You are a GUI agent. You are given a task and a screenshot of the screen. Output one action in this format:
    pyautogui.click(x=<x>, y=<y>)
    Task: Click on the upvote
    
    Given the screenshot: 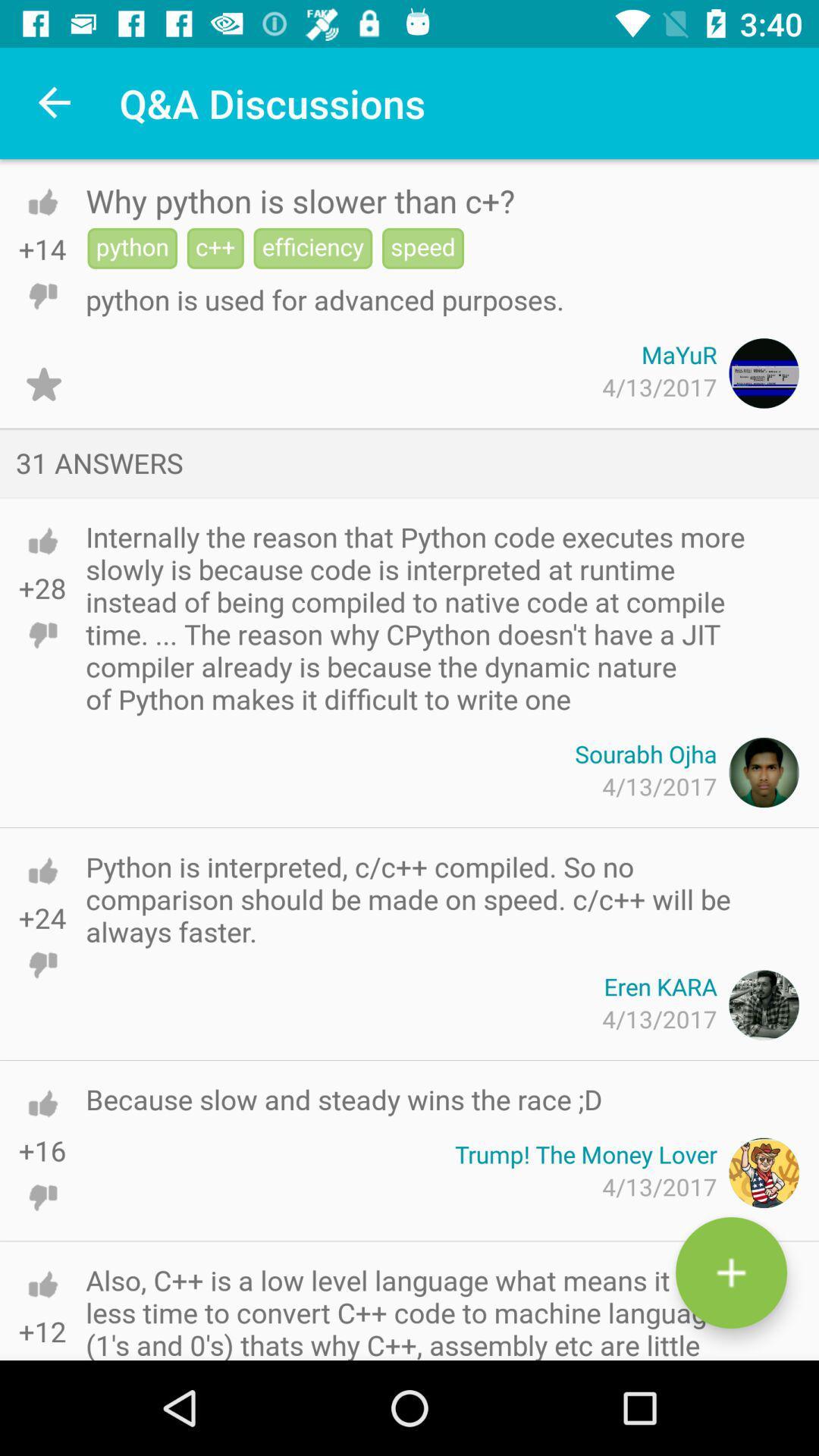 What is the action you would take?
    pyautogui.click(x=42, y=871)
    